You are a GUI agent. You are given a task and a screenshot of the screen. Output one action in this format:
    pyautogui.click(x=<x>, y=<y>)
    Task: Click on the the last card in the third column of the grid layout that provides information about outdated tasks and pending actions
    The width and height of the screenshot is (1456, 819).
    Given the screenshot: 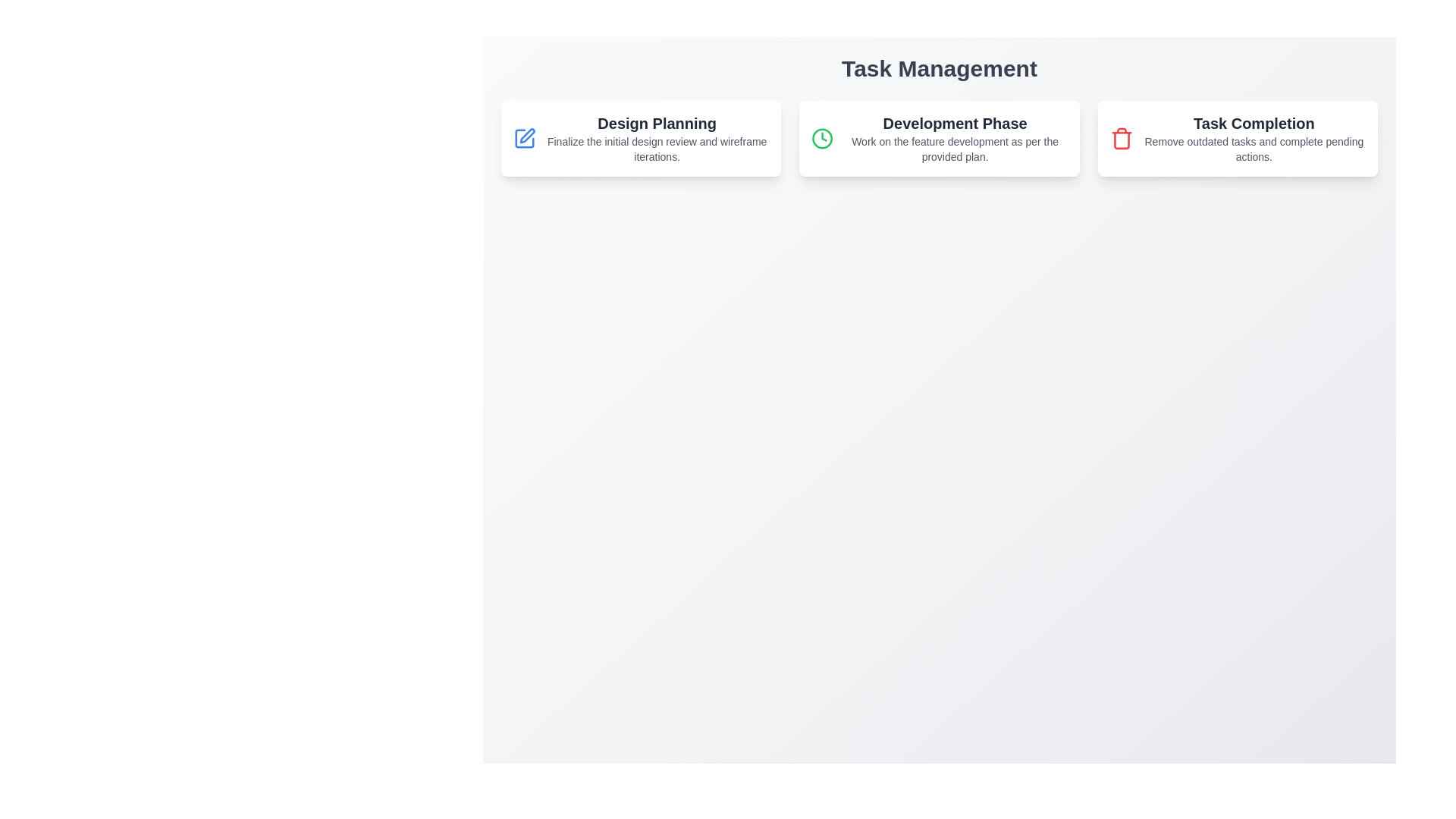 What is the action you would take?
    pyautogui.click(x=1238, y=138)
    